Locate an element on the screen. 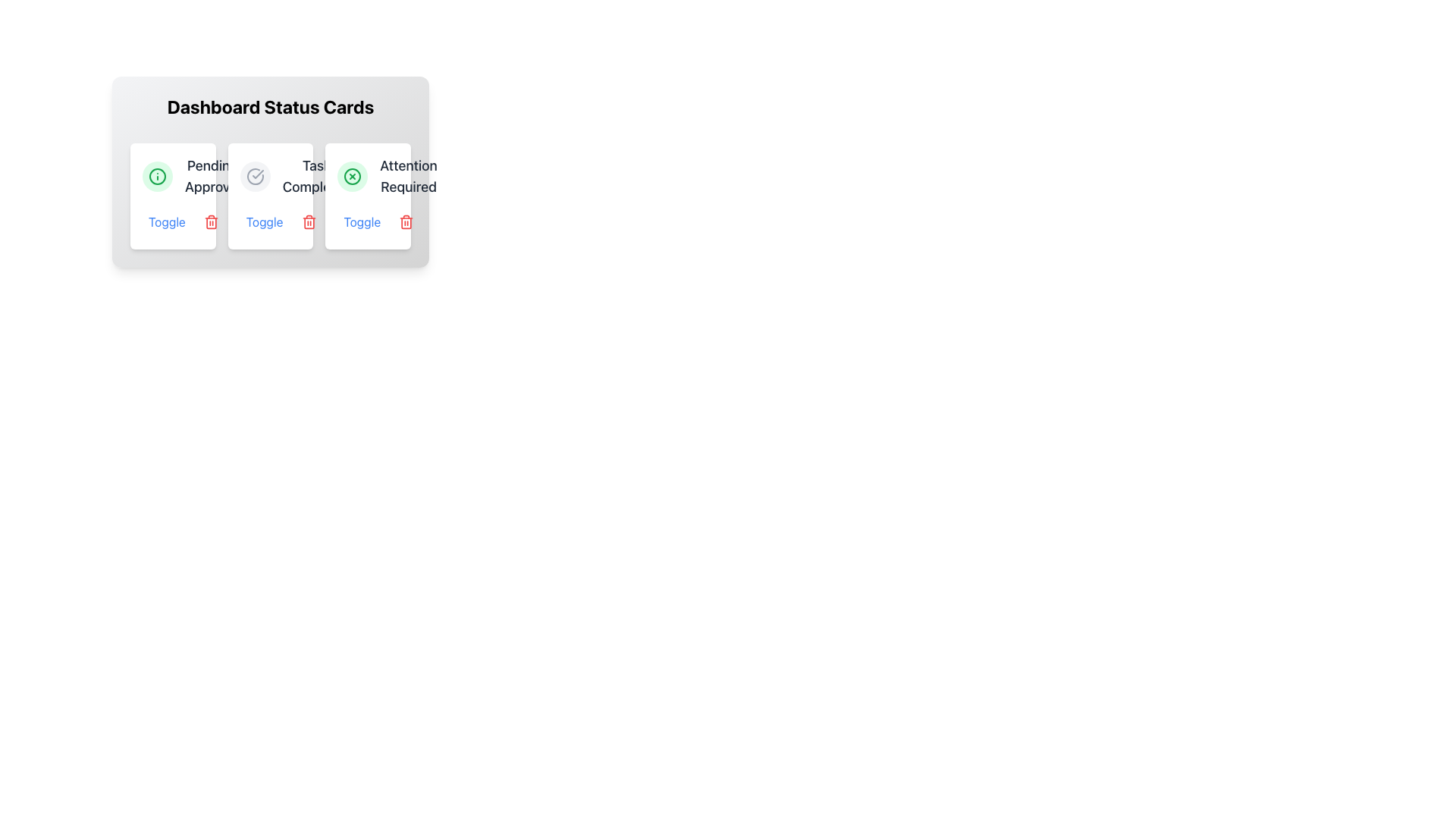  the text label 'Attention Required' located at the bottom-right corner of the card in the 'Dashboard Status Cards' section, beneath a green circular icon with a cross symbol is located at coordinates (409, 175).